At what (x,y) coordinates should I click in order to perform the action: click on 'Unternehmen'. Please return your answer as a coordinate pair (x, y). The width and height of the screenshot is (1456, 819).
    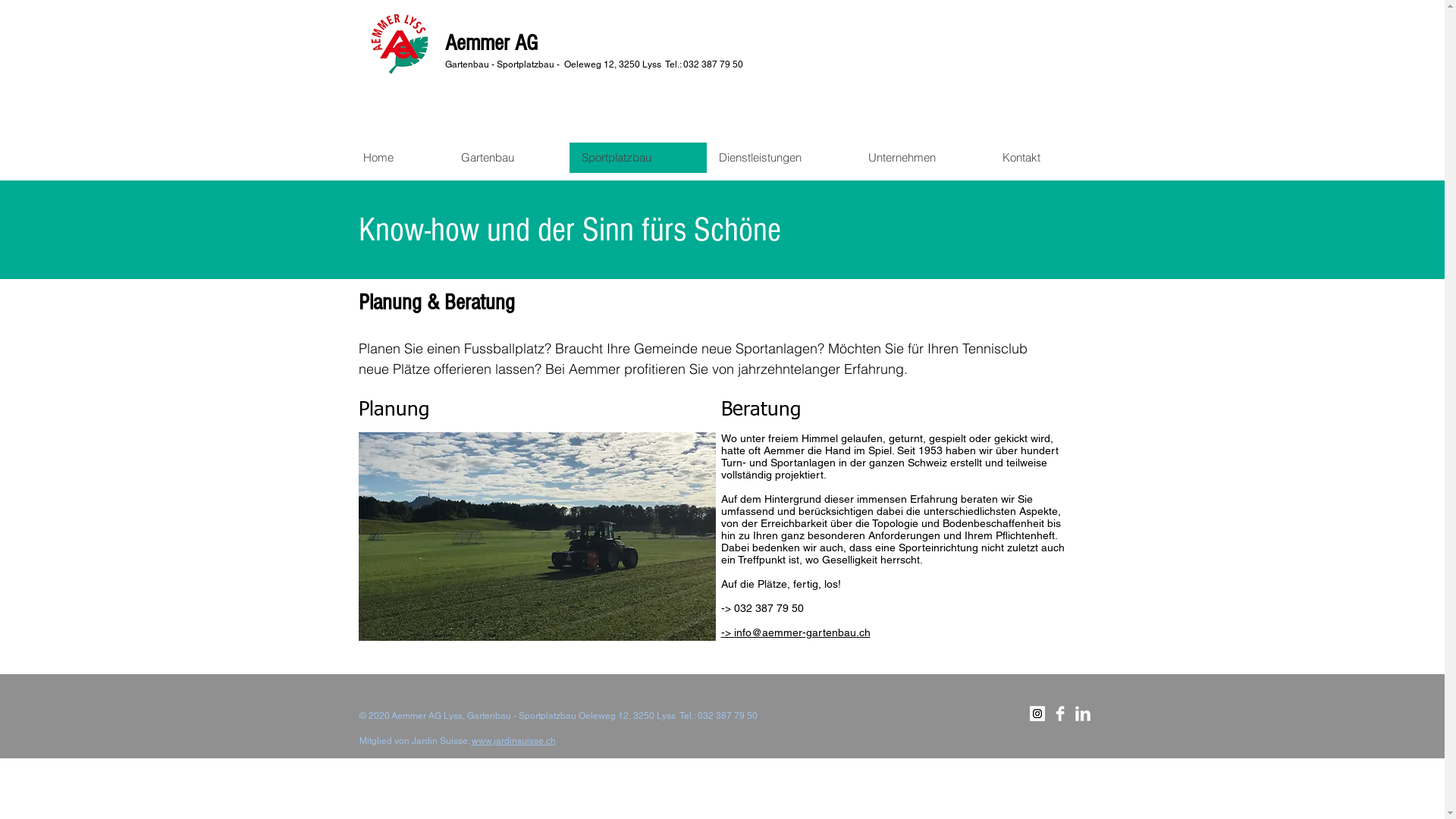
    Looking at the image, I should click on (921, 158).